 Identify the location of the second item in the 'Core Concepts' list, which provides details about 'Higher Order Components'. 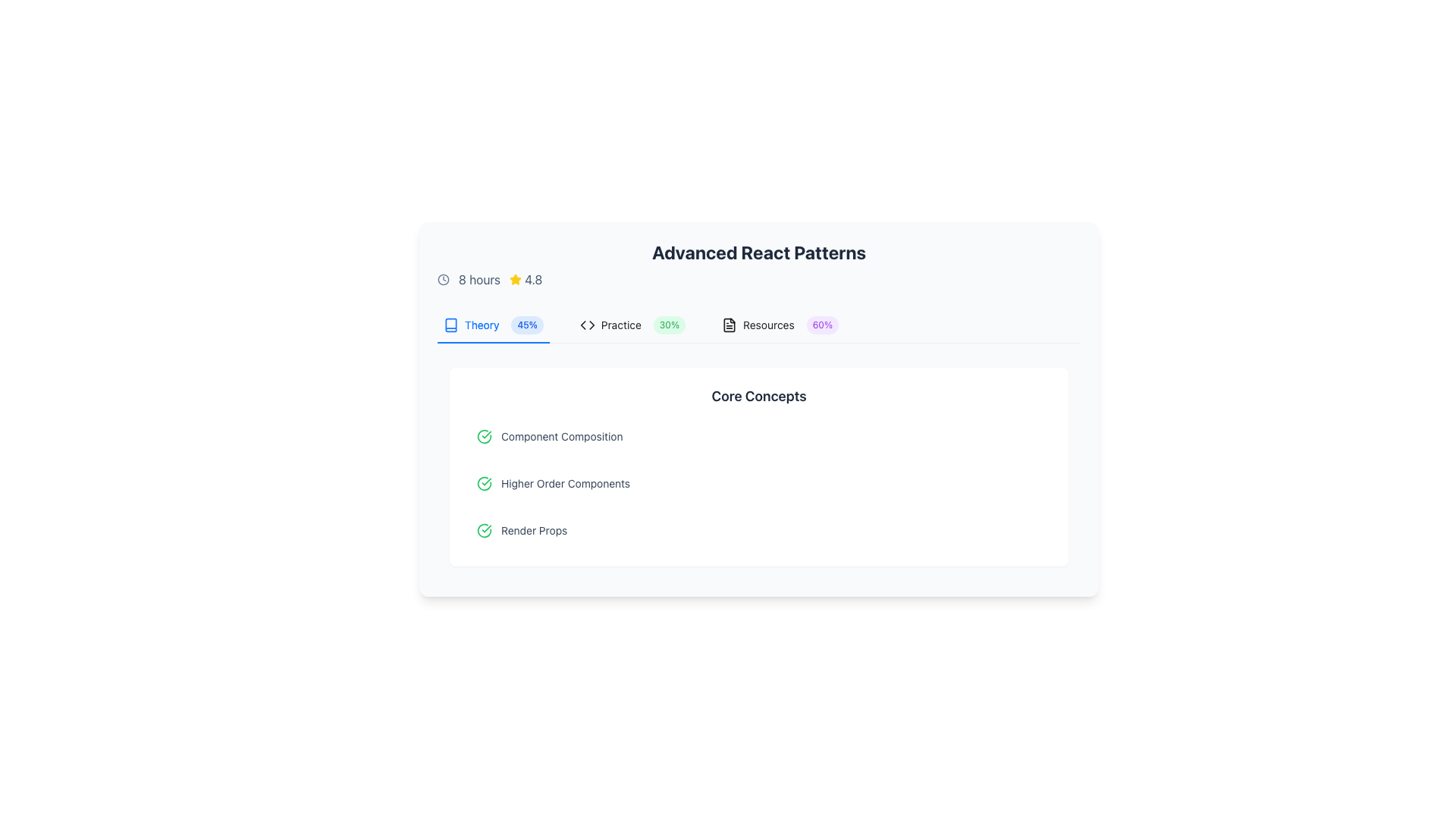
(759, 483).